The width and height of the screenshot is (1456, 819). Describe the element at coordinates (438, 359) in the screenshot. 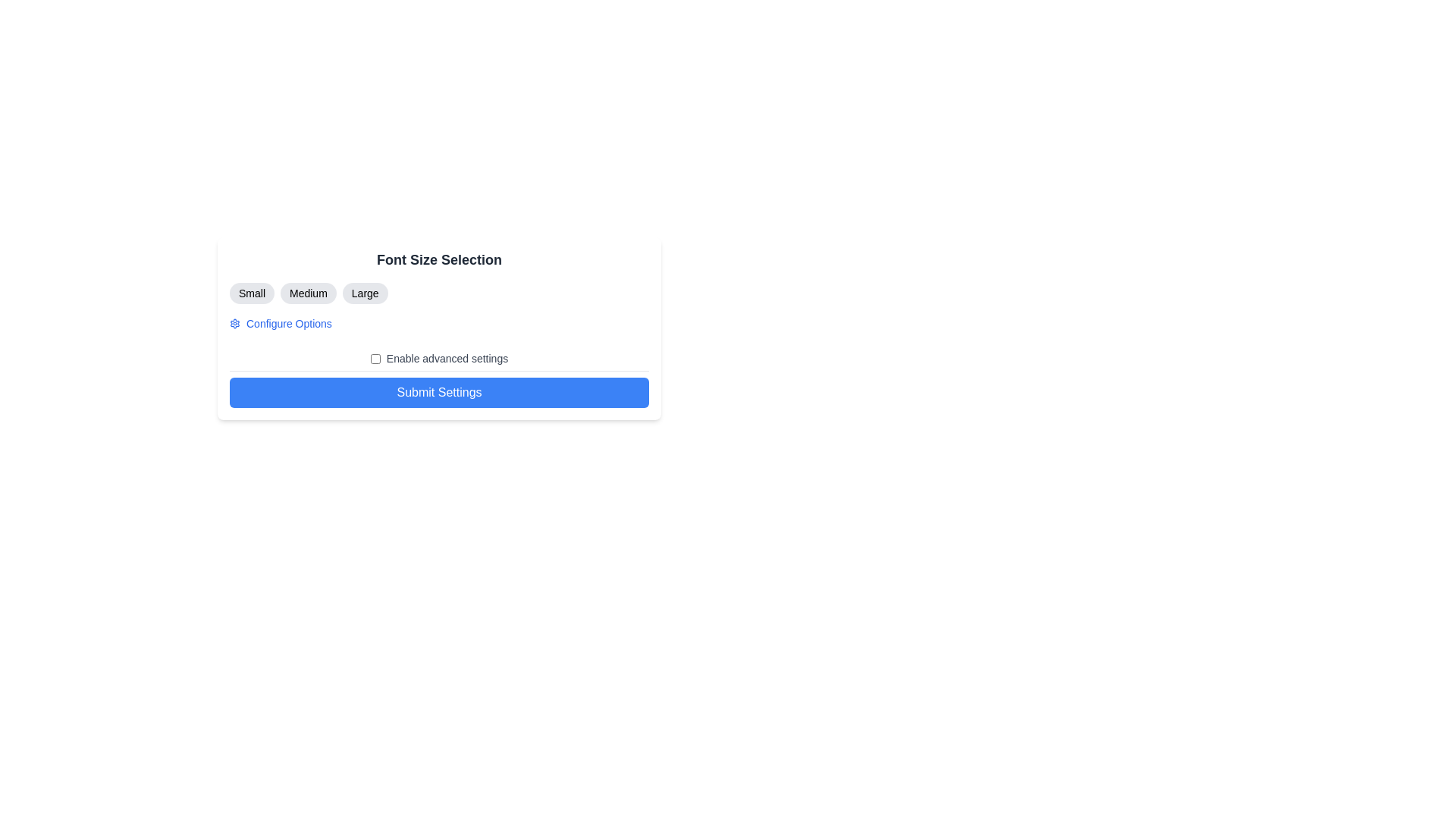

I see `the checkbox labeled 'Enable advanced settings' which is positioned below the 'Configure Options' text link and above the 'Submit Settings' button` at that location.